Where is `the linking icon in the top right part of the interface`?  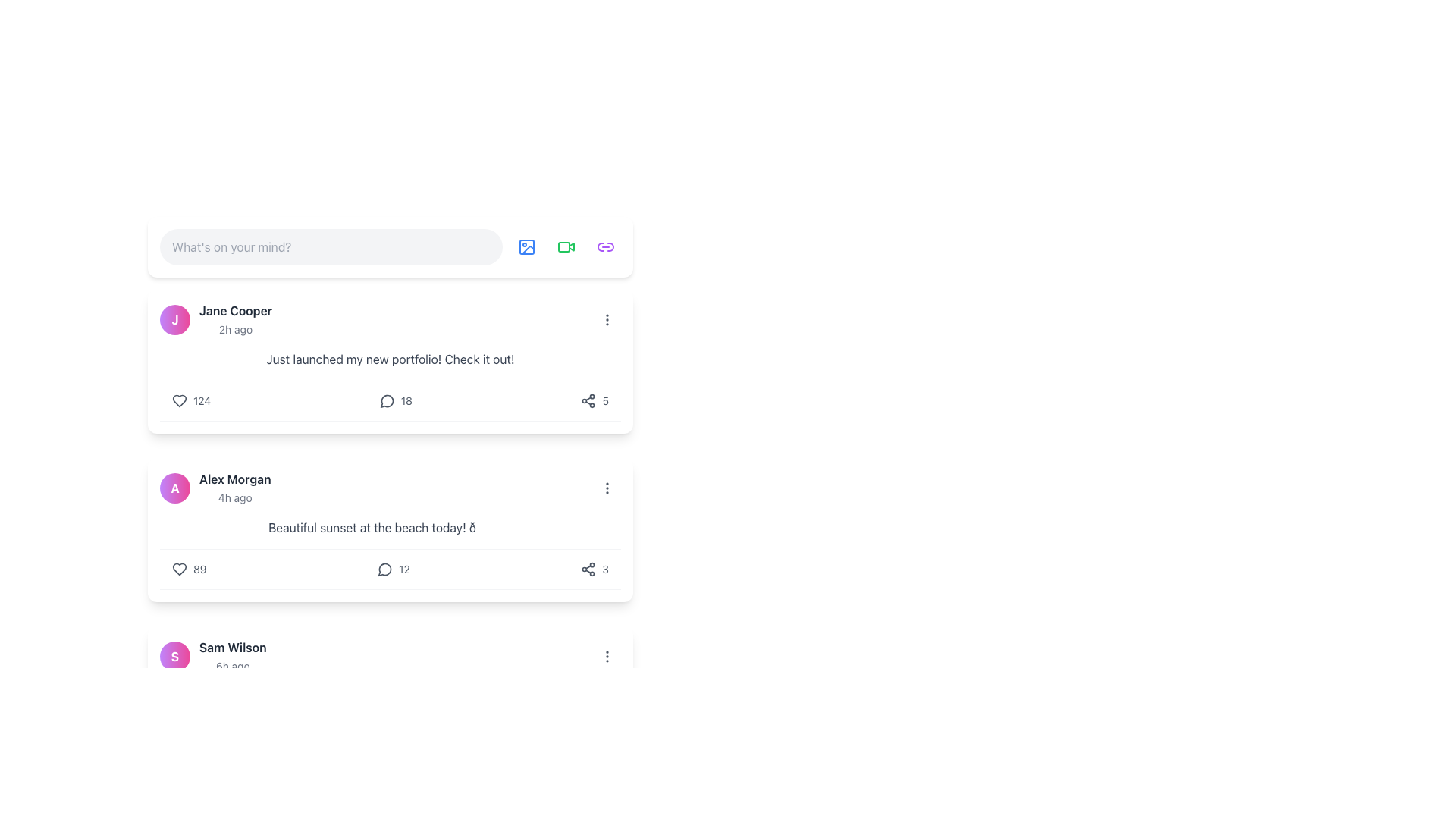 the linking icon in the top right part of the interface is located at coordinates (604, 246).